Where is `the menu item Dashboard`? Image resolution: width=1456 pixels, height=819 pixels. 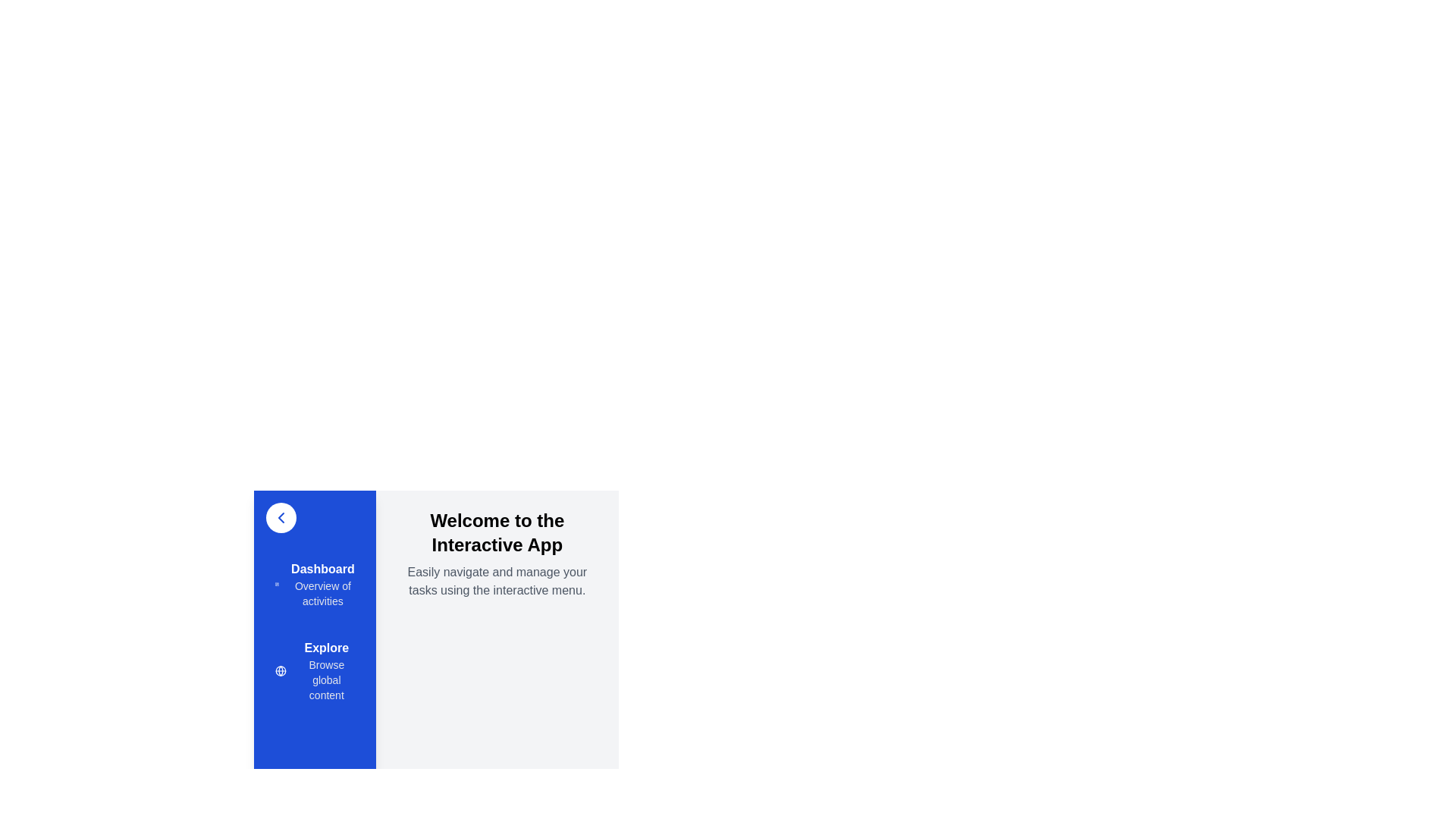
the menu item Dashboard is located at coordinates (313, 584).